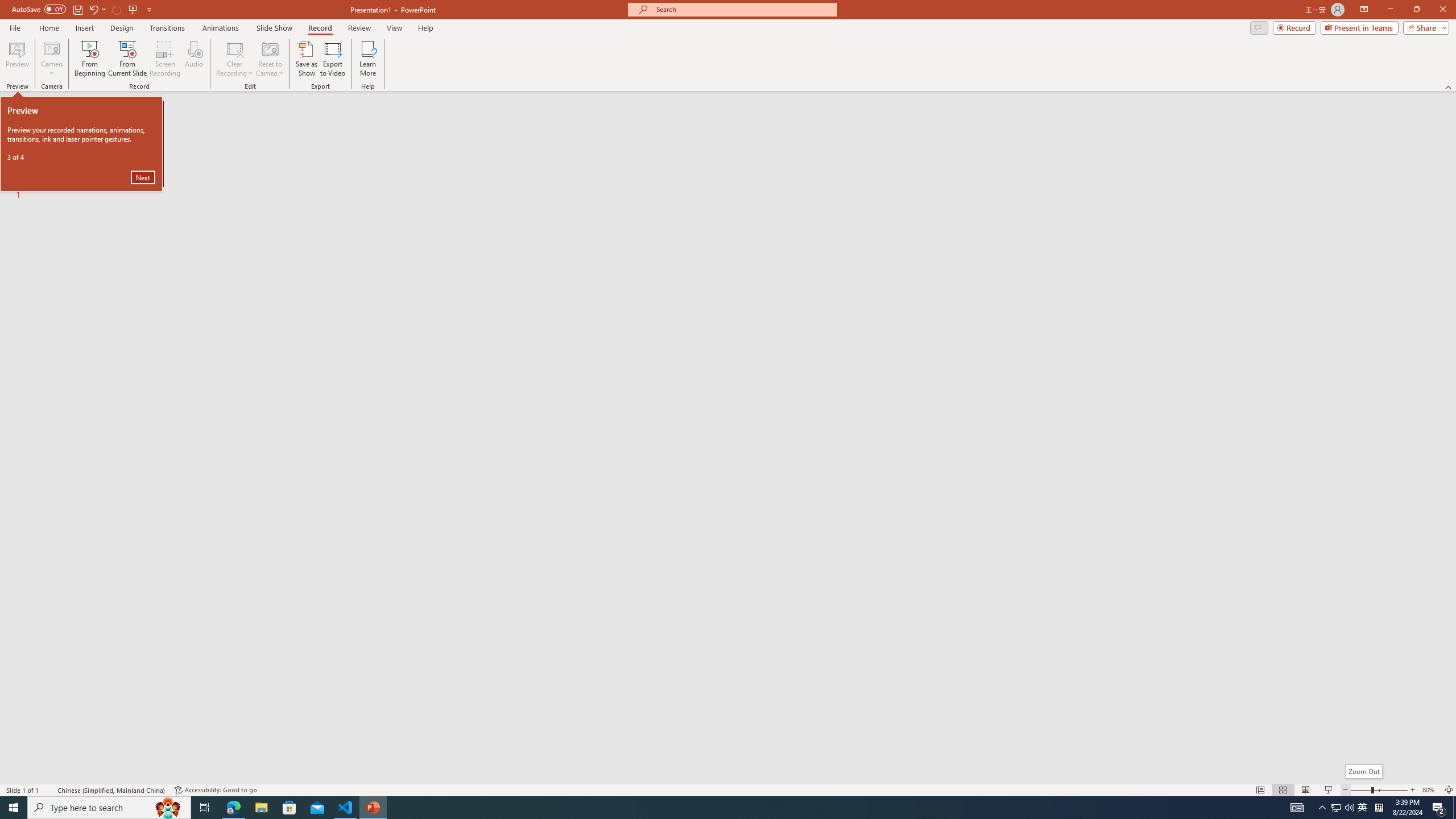  Describe the element at coordinates (234, 59) in the screenshot. I see `'Clear Recording'` at that location.